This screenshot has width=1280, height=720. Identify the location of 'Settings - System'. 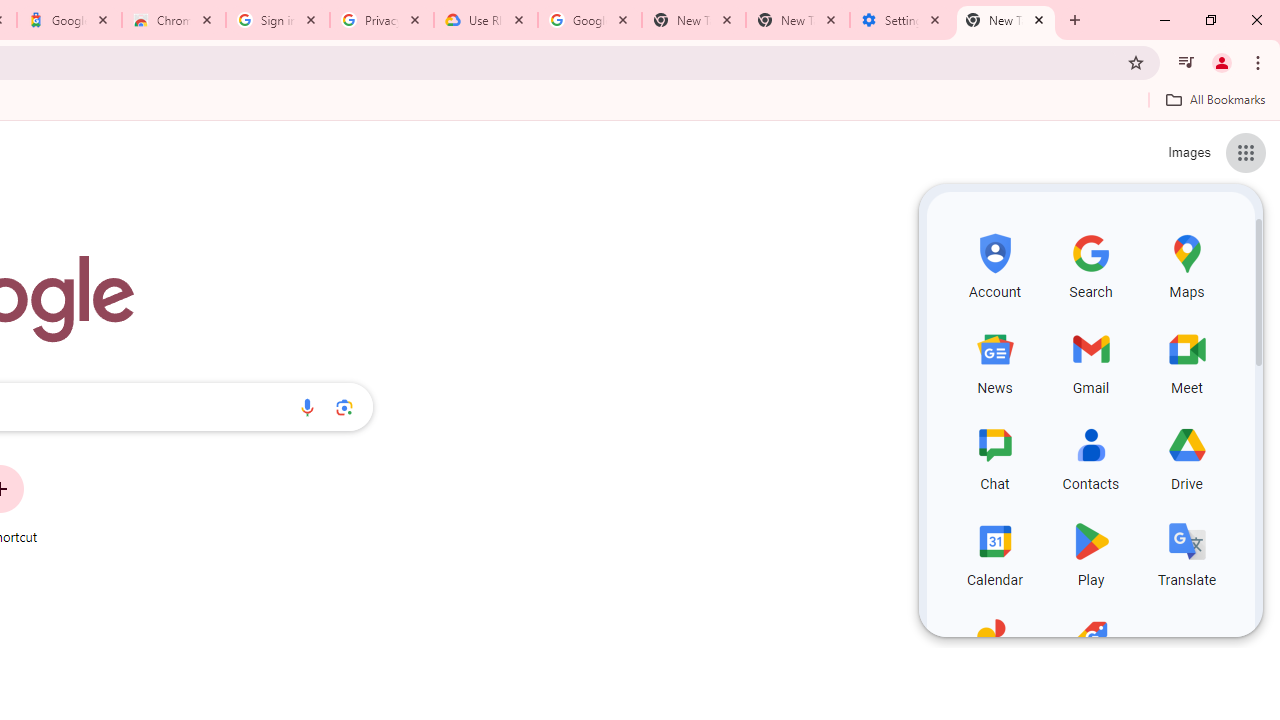
(900, 20).